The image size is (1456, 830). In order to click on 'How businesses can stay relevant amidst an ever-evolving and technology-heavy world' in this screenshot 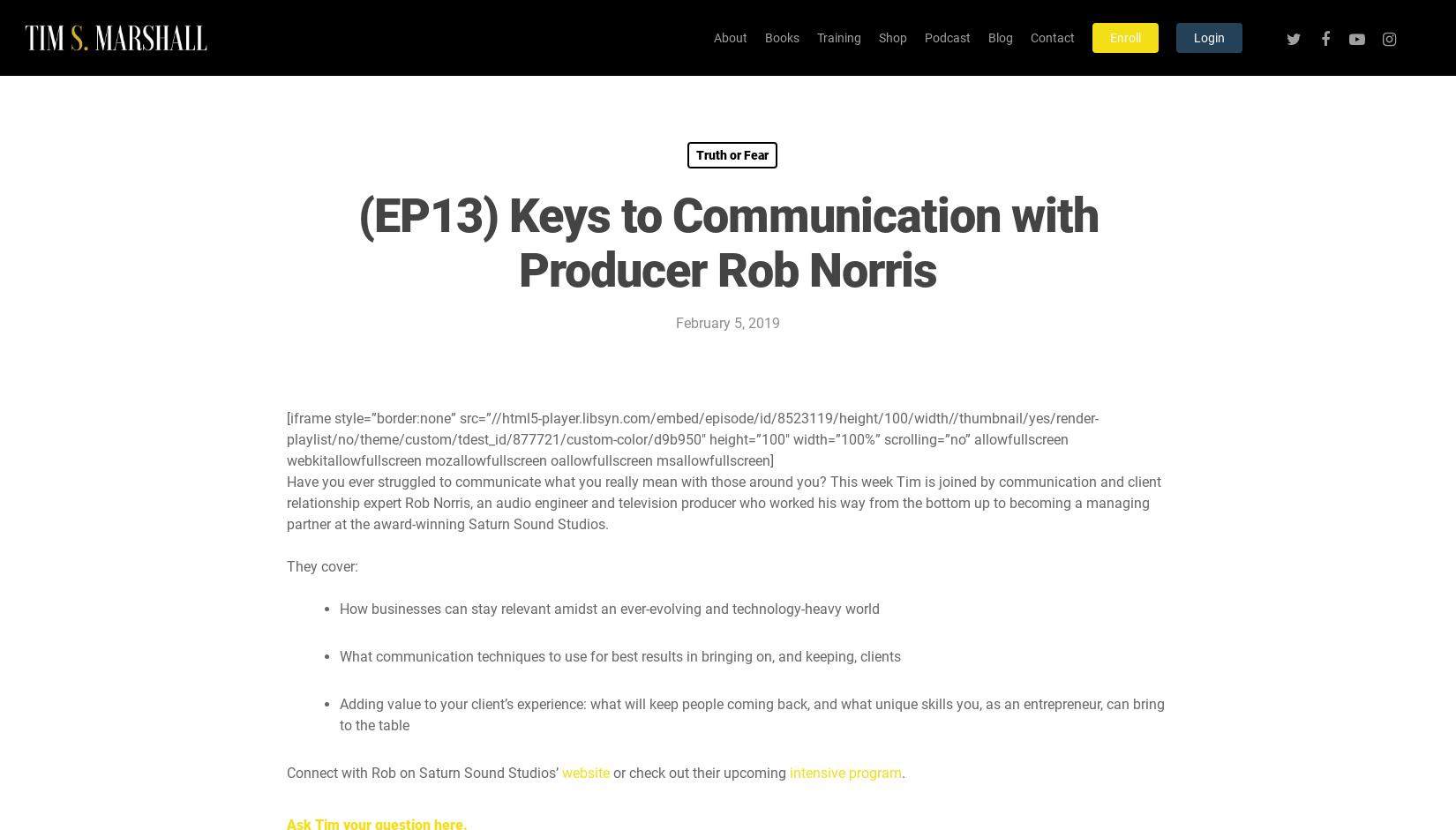, I will do `click(609, 609)`.